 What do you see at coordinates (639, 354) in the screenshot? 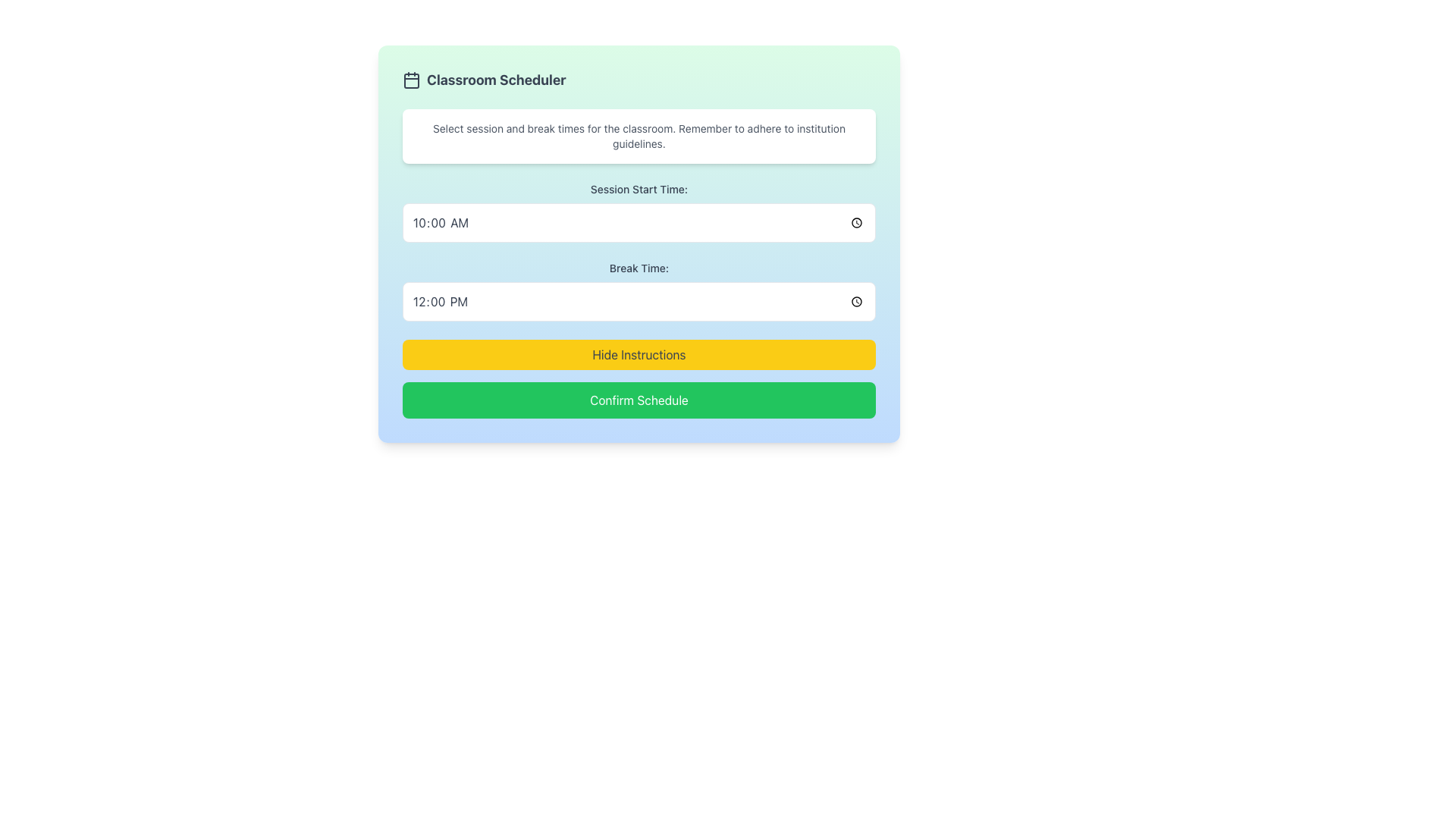
I see `the vibrant yellow 'Hide Instructions' button with rounded corners to hide instructions` at bounding box center [639, 354].